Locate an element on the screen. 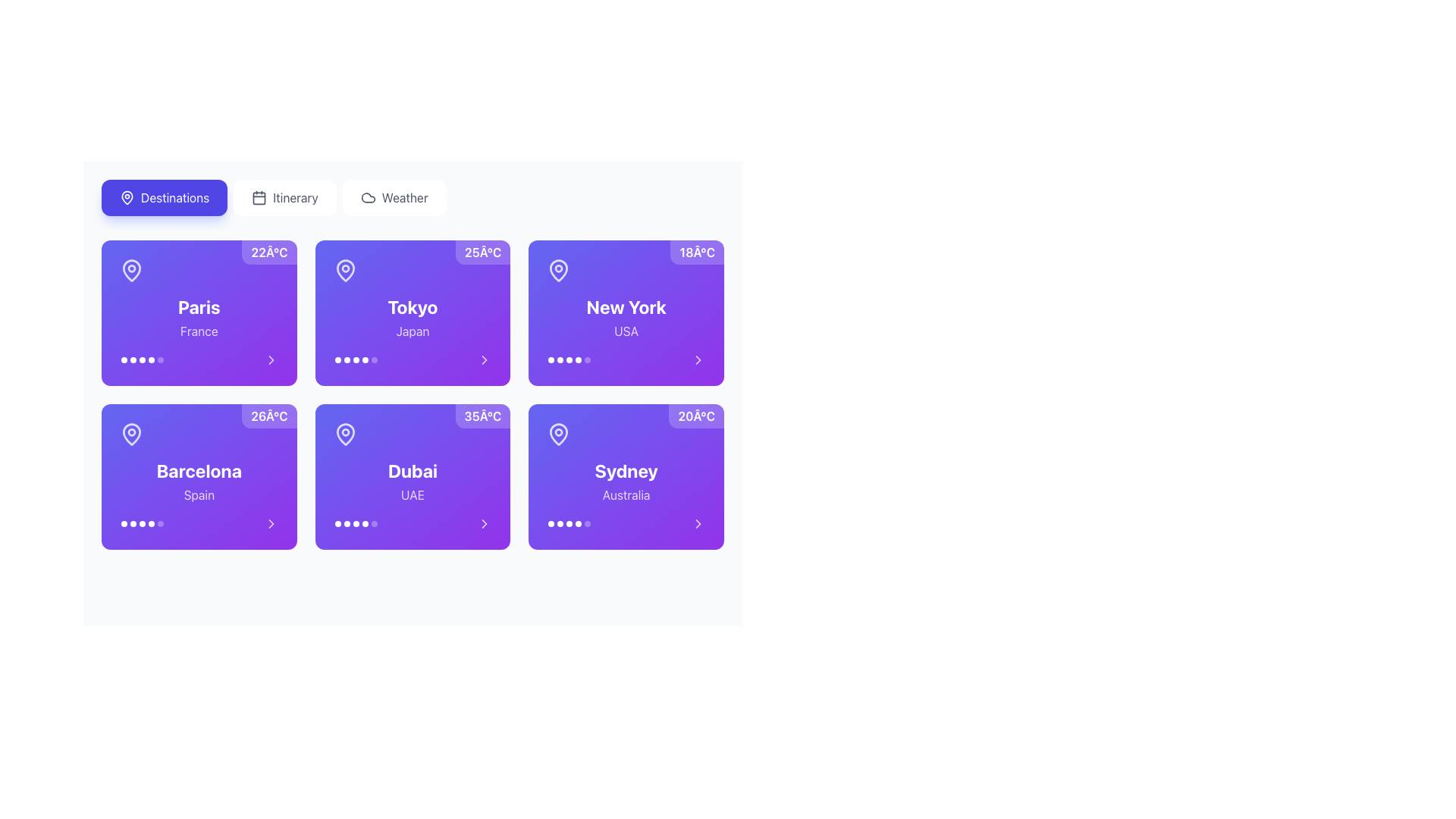 The height and width of the screenshot is (819, 1456). the visual change of the pagination indicator dot located on the second row within the card layout labeled 'Tokyo, Japan', specifically positioned below the geographical label text during automatic navigation is located at coordinates (355, 359).